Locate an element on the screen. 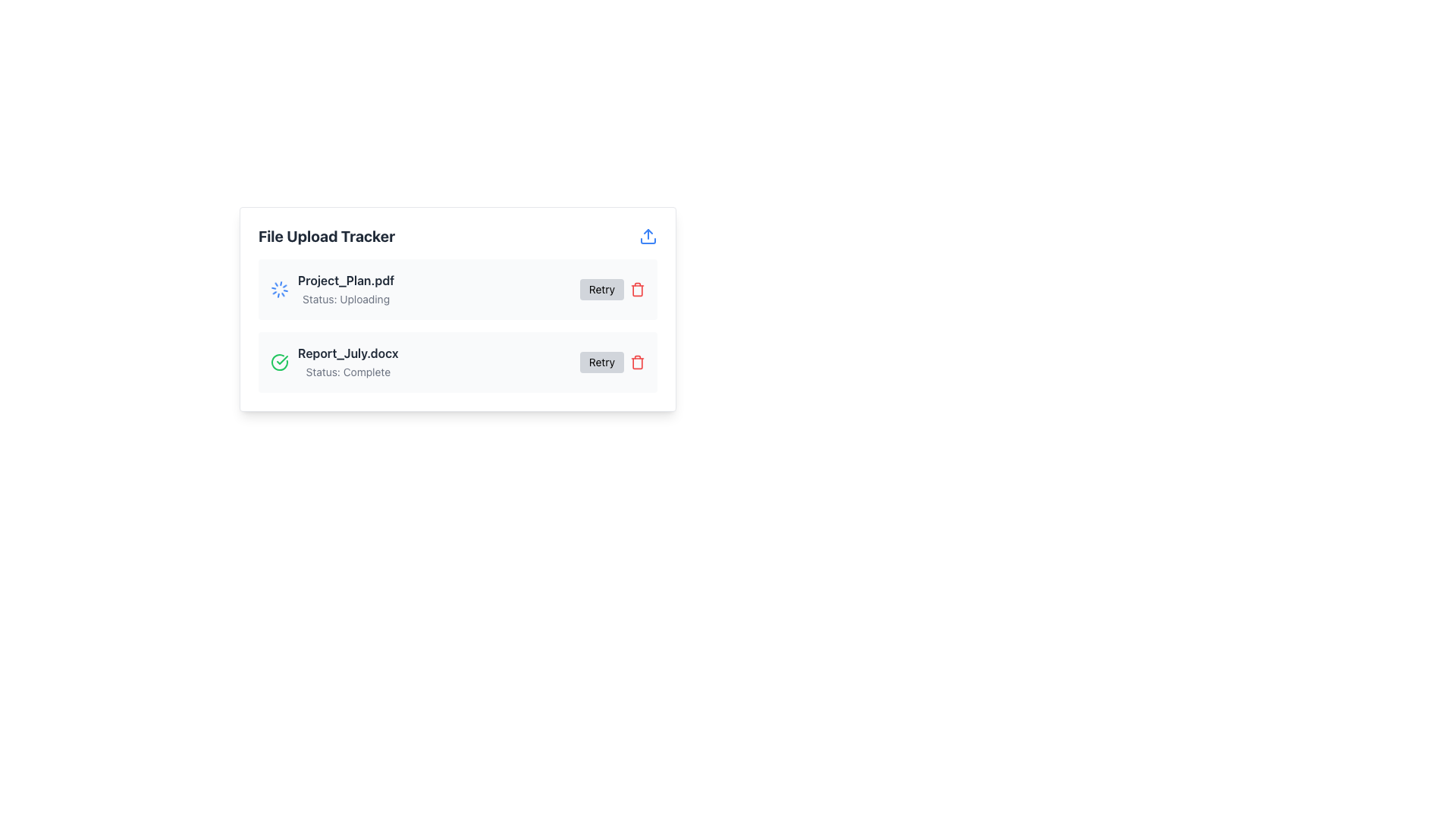 The image size is (1456, 819). the document listed in the file upload tracker that shows the upload status as complete, located in the second row below 'Project_Plan.pdf' is located at coordinates (334, 362).